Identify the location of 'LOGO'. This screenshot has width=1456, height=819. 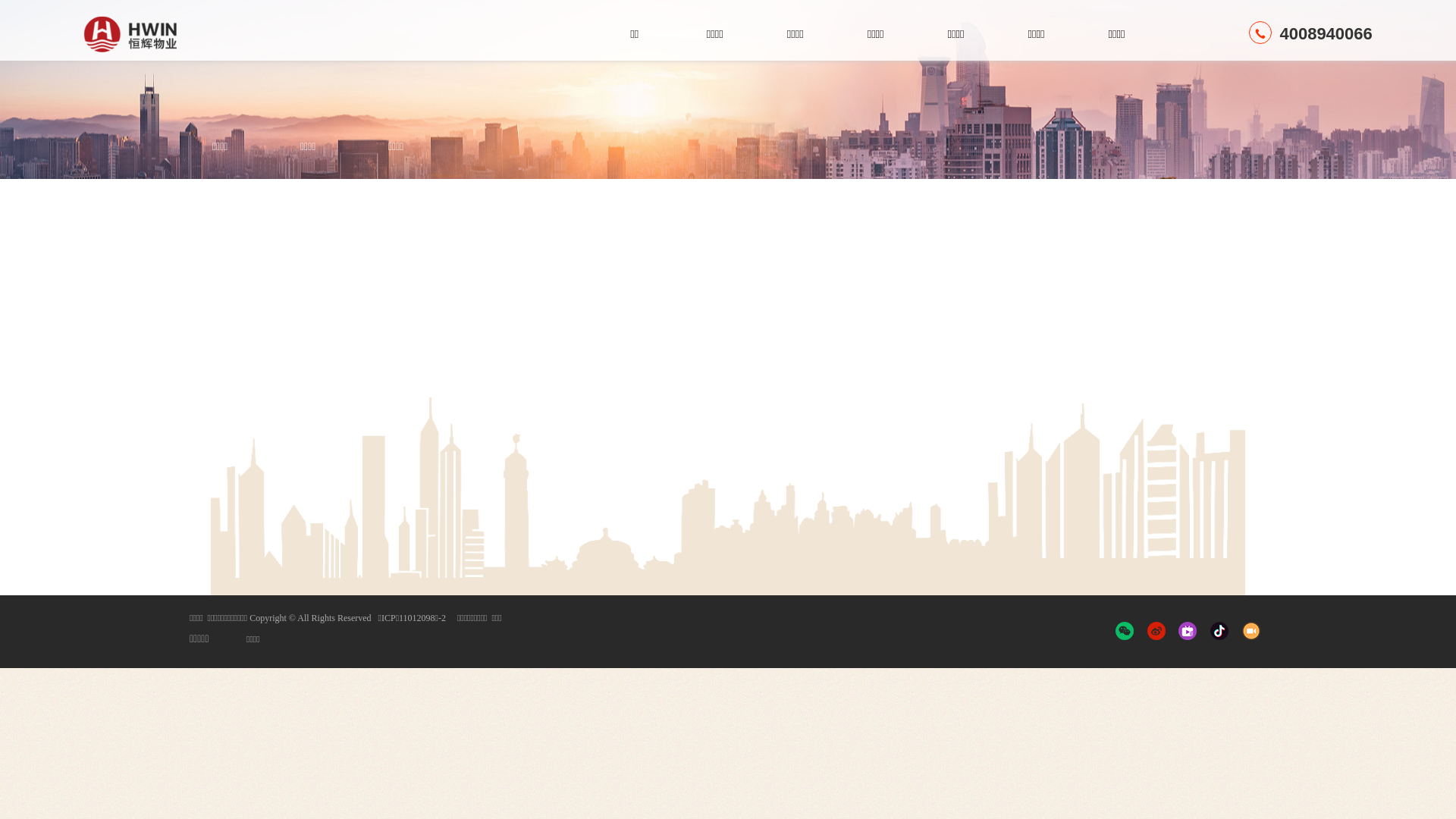
(163, 34).